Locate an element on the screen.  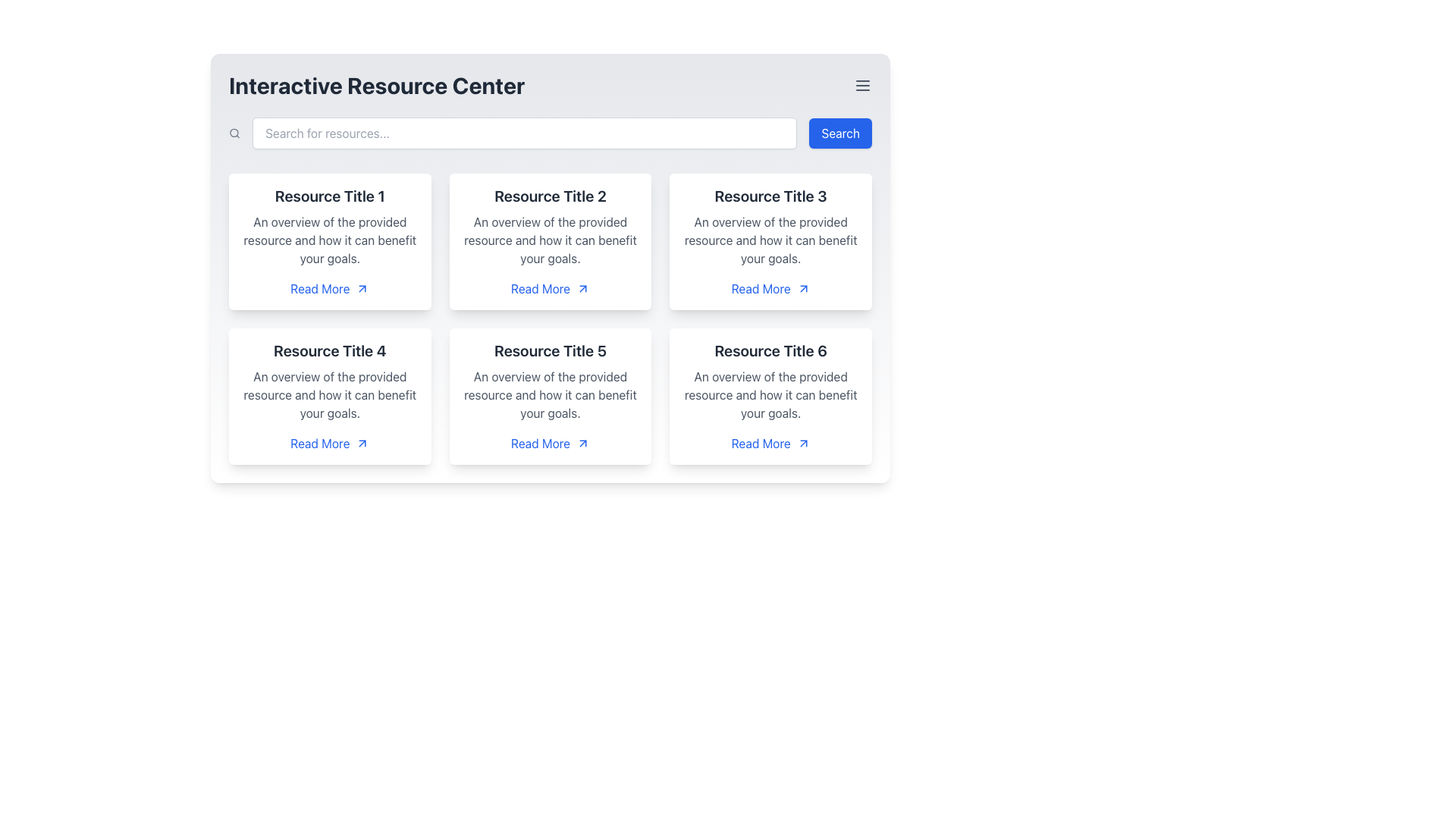
description of the Text Label located within the card labeled 'Resource Title 6', which is the second textual entry below the title and above the 'Read More' link is located at coordinates (770, 394).